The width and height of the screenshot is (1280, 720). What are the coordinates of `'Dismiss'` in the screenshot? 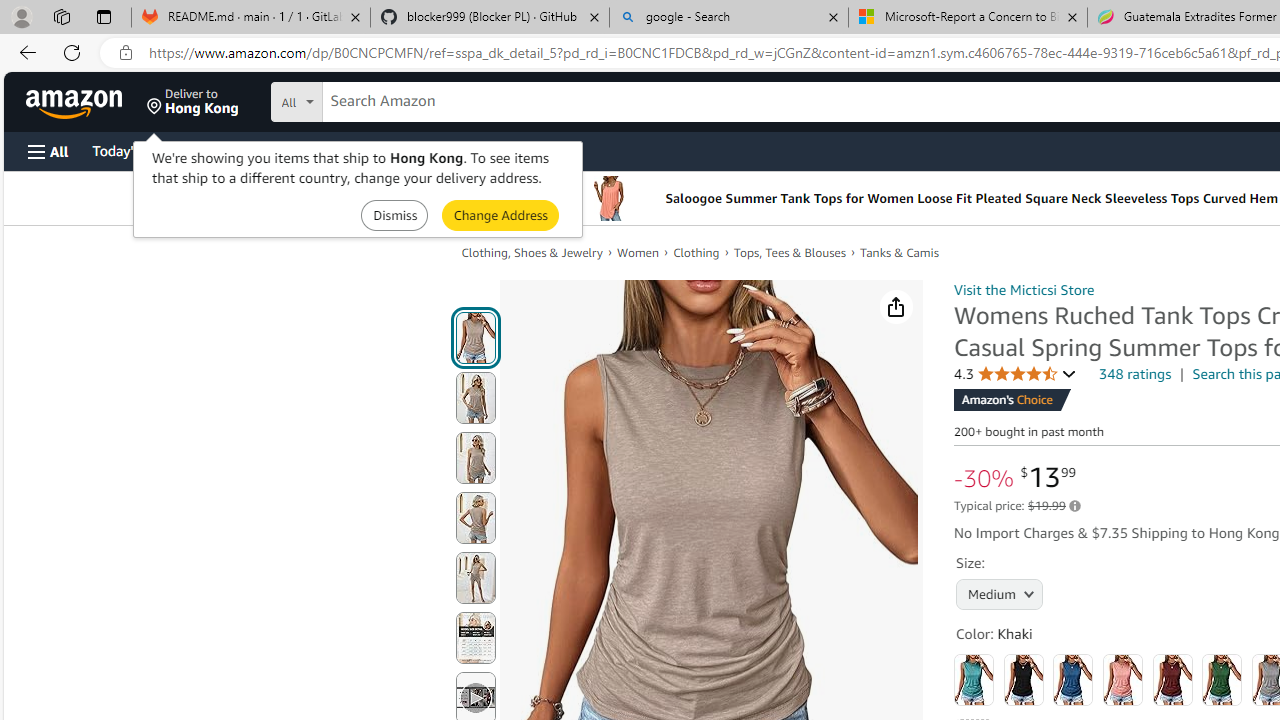 It's located at (394, 215).